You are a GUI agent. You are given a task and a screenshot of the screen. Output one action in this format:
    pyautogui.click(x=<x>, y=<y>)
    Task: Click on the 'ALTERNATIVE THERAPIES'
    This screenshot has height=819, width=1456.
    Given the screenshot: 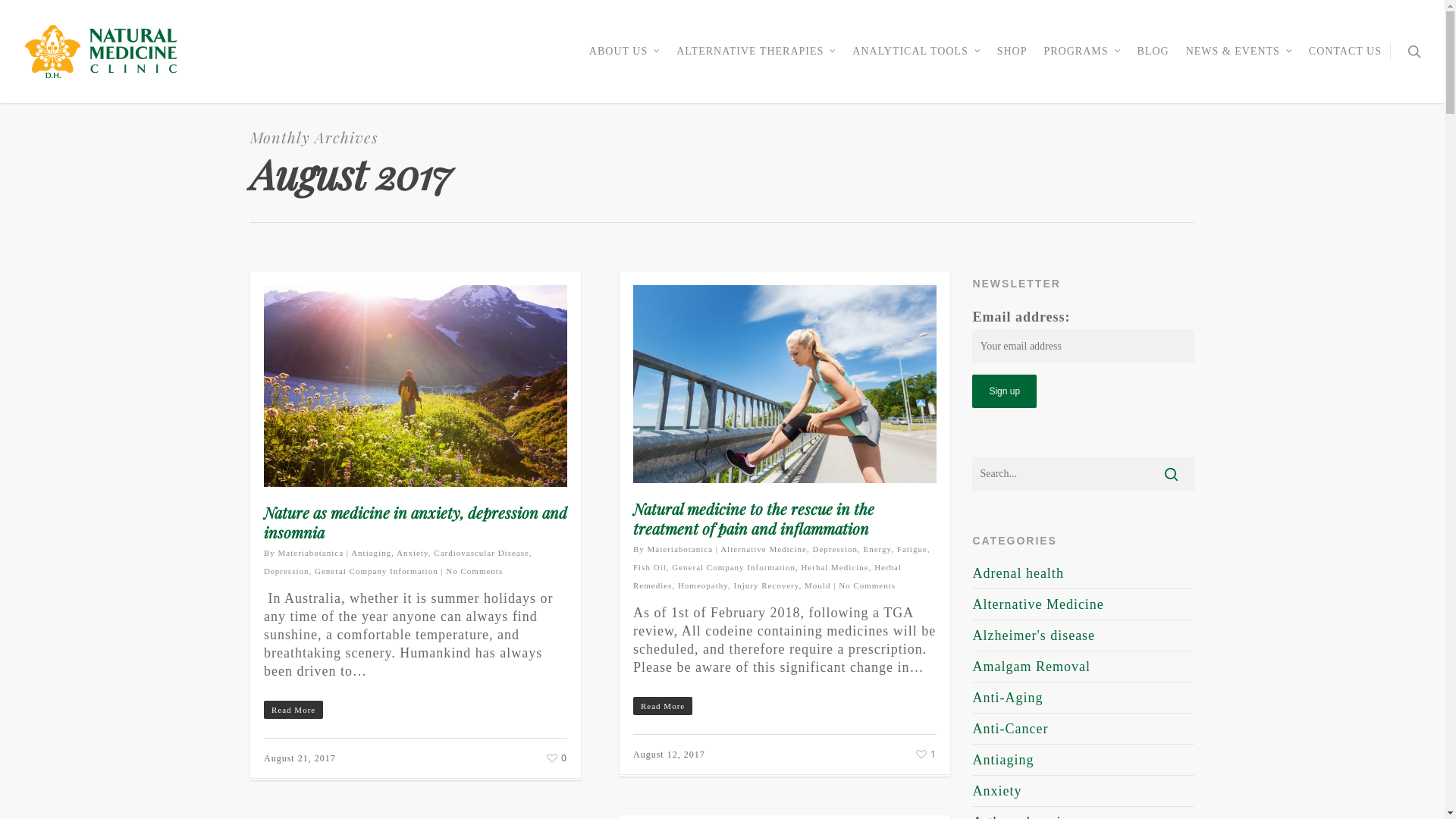 What is the action you would take?
    pyautogui.click(x=756, y=61)
    